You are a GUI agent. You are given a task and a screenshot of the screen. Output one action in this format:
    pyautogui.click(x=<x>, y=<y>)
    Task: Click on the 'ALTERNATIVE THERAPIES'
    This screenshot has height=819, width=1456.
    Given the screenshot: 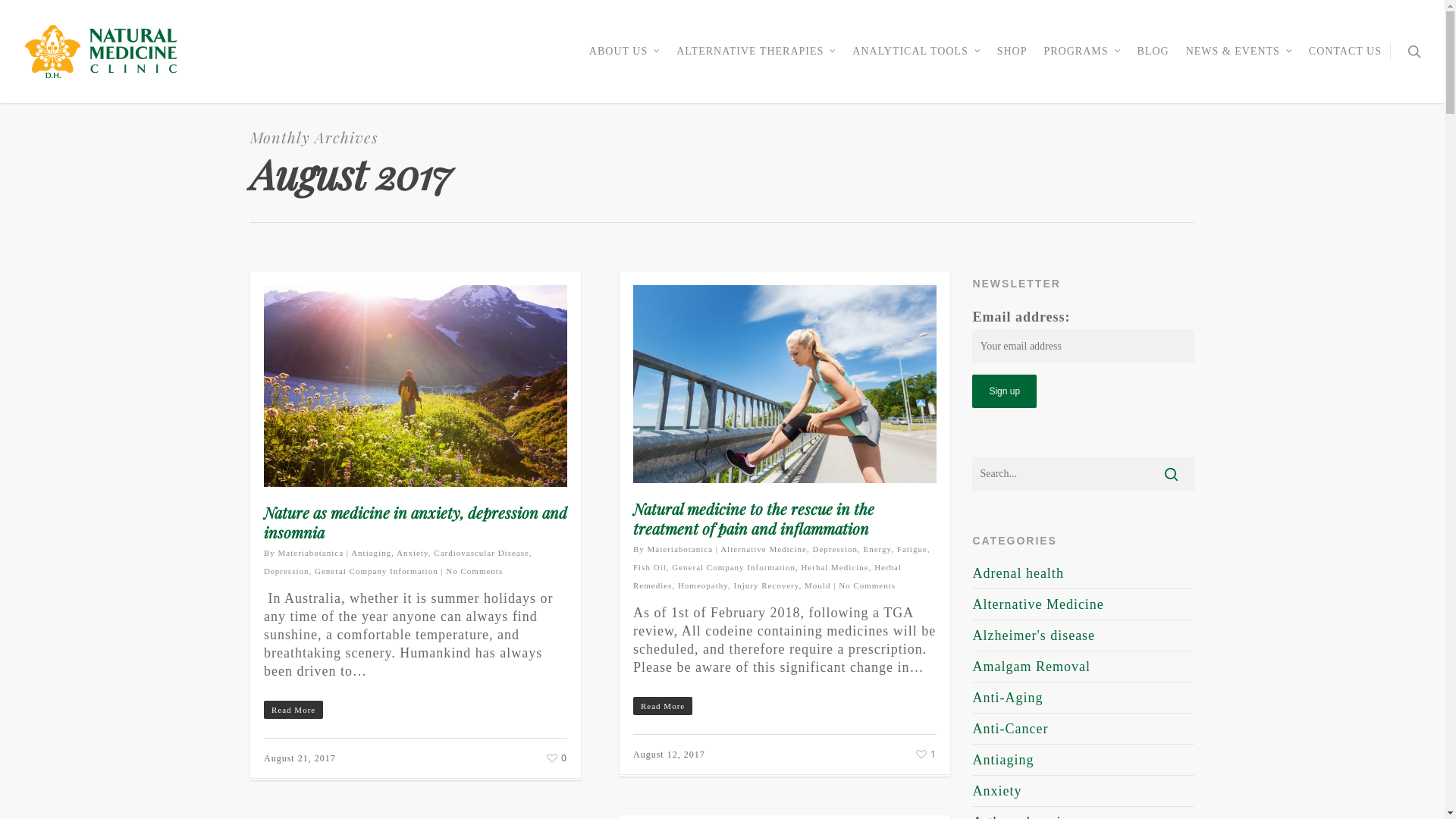 What is the action you would take?
    pyautogui.click(x=756, y=61)
    